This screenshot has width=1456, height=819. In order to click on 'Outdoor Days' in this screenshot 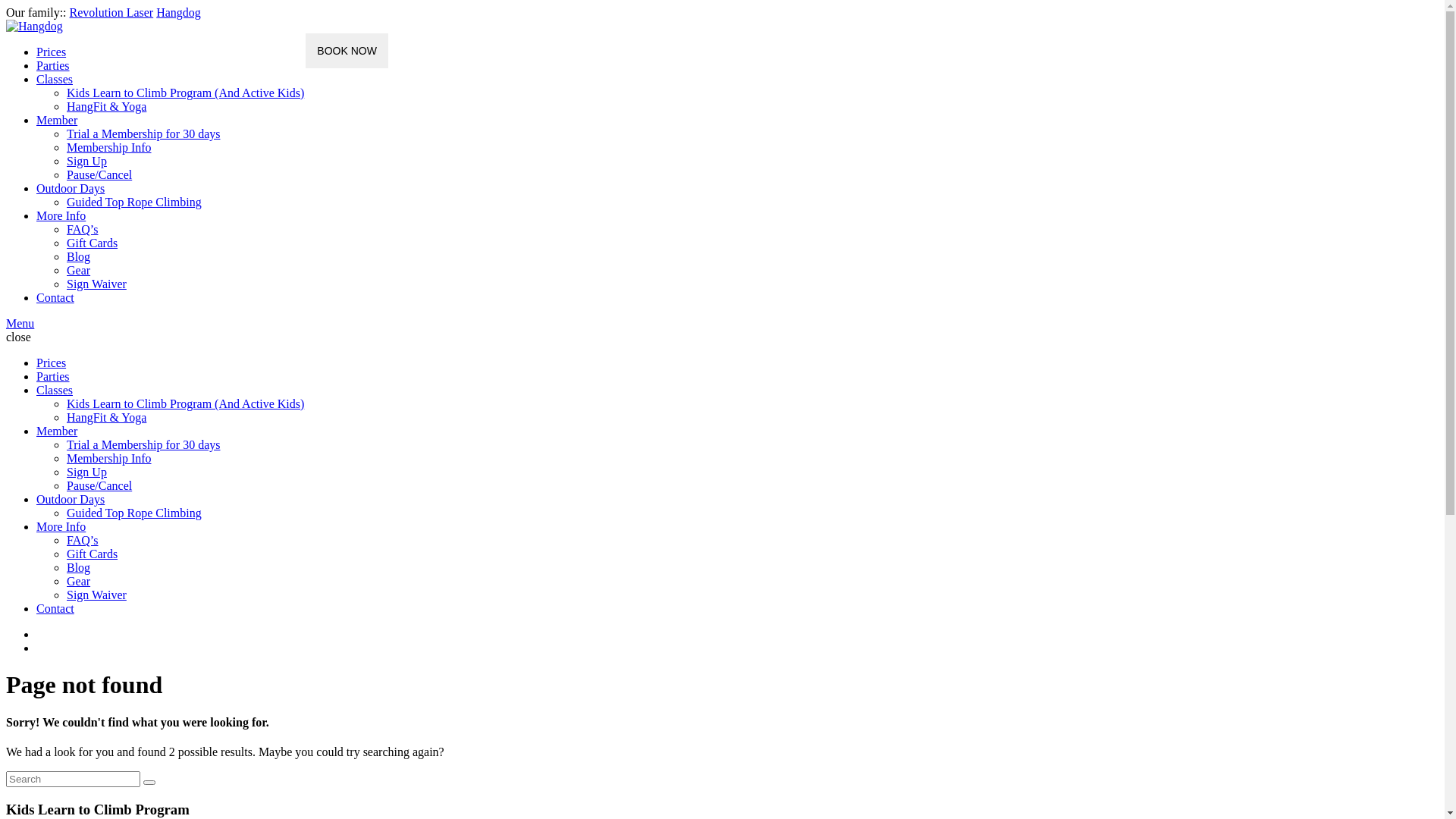, I will do `click(69, 499)`.